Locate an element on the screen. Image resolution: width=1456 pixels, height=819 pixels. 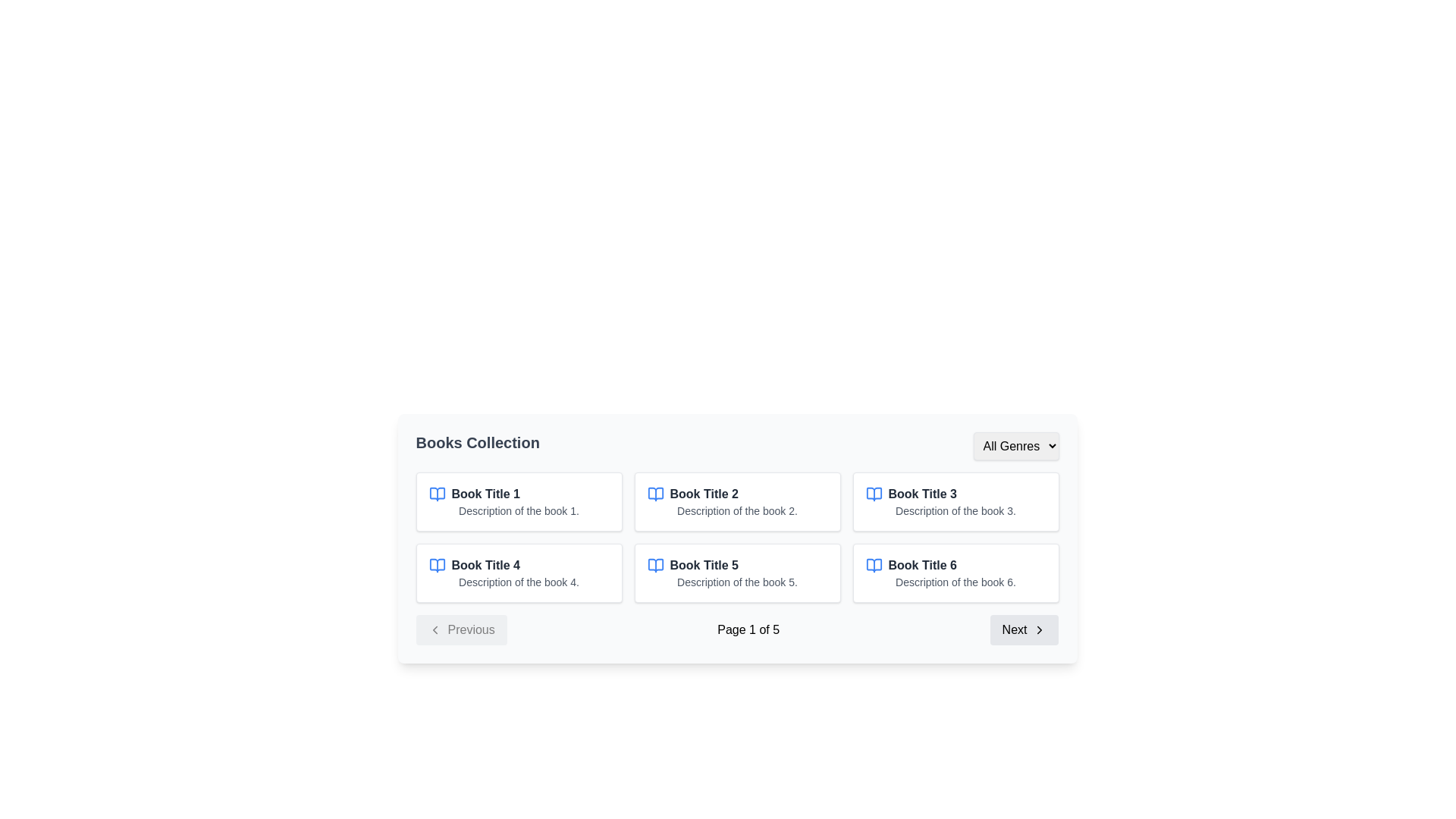
the book icon located on the left side of the entry for 'Book Title 4' under the 'Books Collection' label is located at coordinates (436, 565).